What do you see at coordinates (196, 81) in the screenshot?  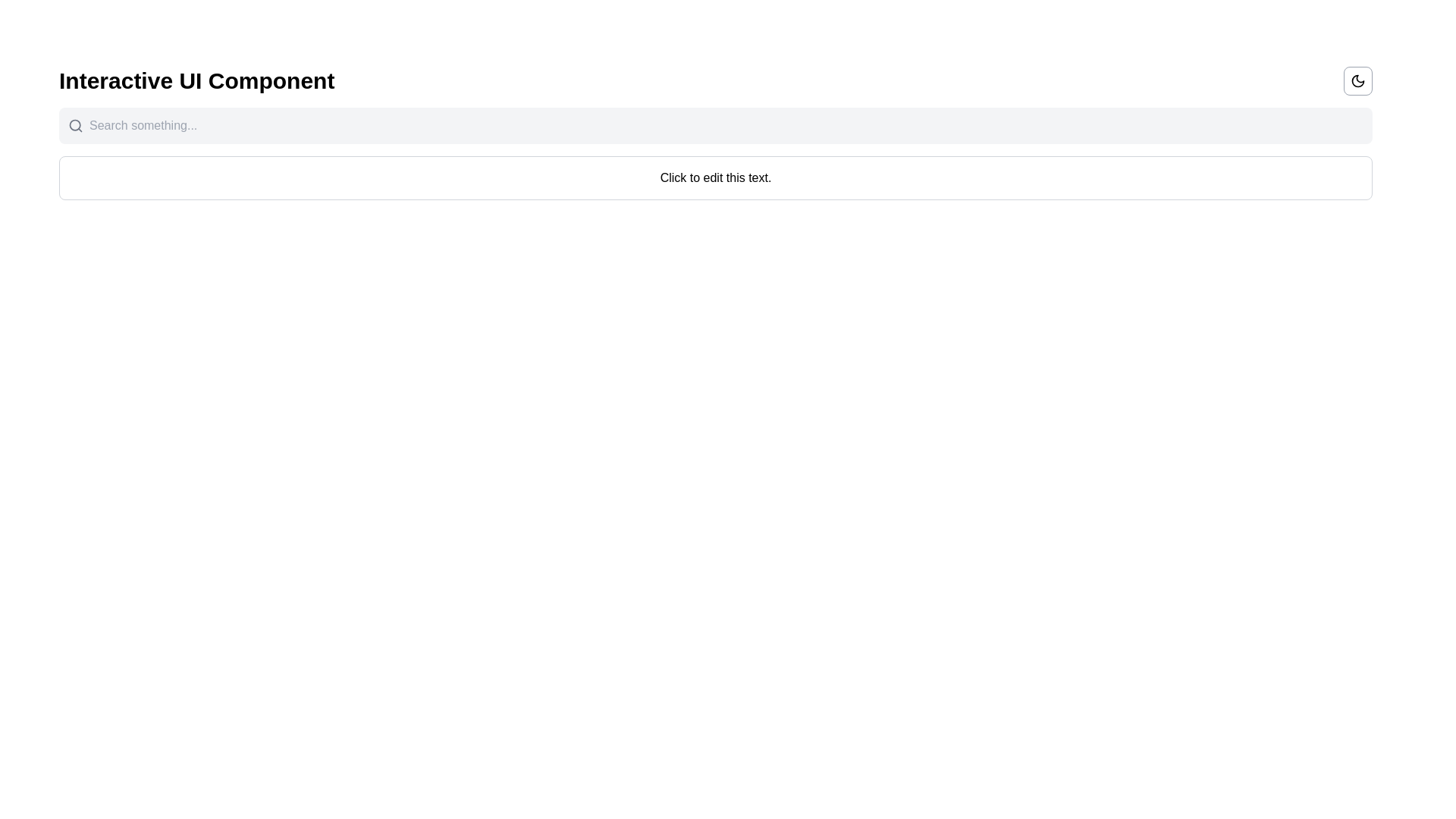 I see `the text element that reads 'Interactive UI Component', which is styled bold and black, located at the top-left corner of the interface` at bounding box center [196, 81].